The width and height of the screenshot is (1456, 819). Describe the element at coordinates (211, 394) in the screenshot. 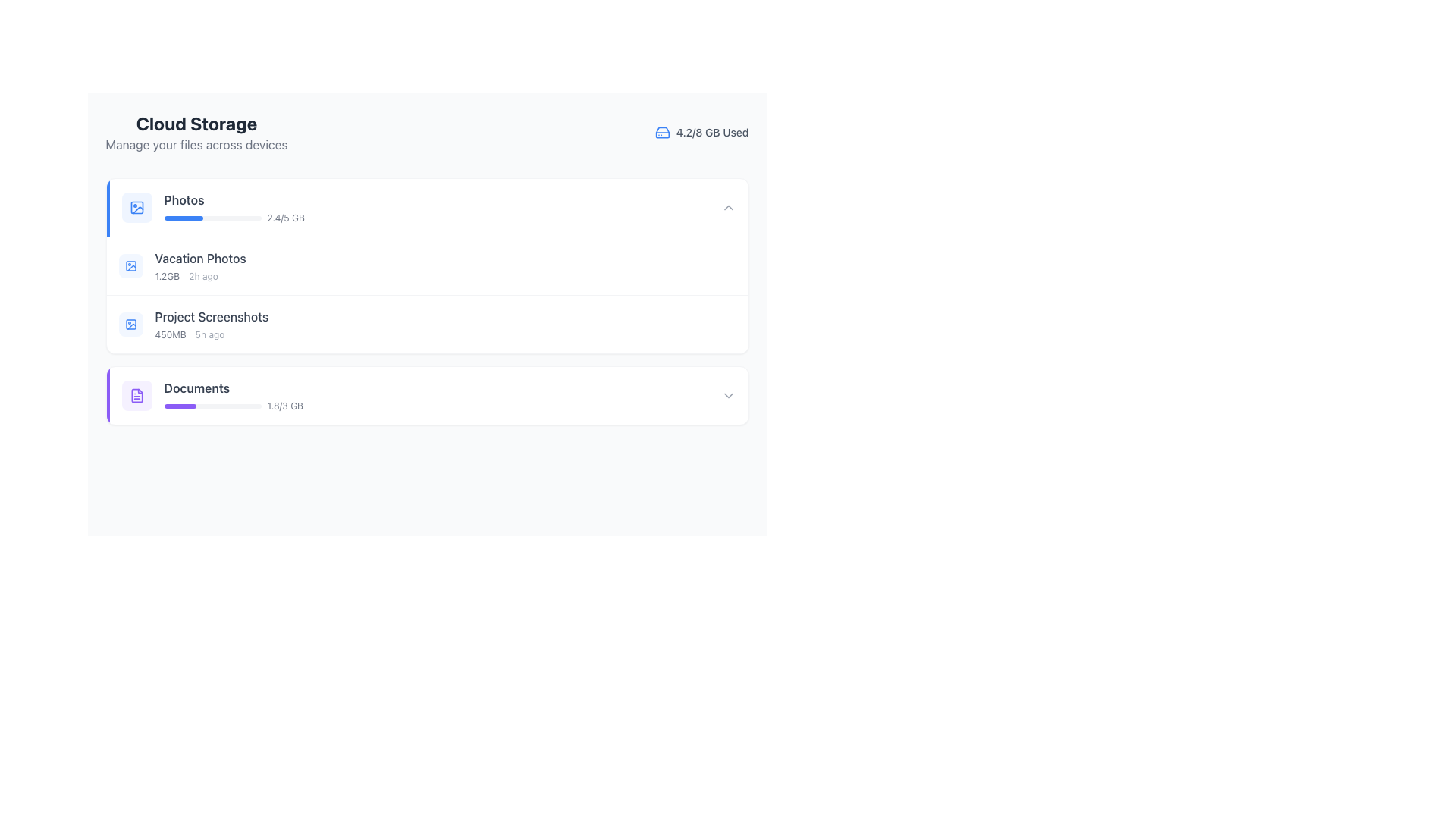

I see `the informational display component showing 'Documents'` at that location.